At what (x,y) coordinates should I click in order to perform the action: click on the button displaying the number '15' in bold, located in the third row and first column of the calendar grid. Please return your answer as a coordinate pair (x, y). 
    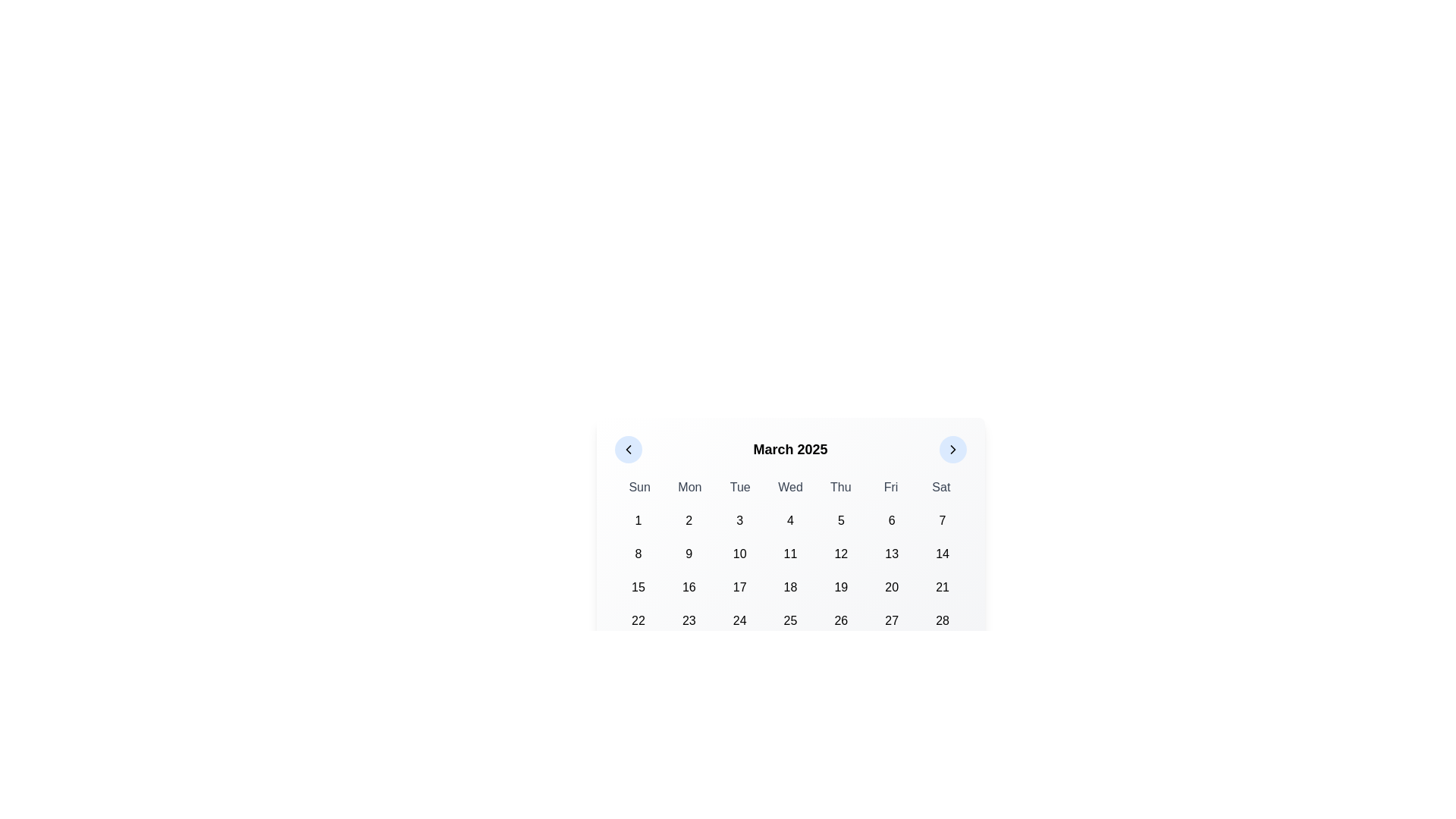
    Looking at the image, I should click on (638, 587).